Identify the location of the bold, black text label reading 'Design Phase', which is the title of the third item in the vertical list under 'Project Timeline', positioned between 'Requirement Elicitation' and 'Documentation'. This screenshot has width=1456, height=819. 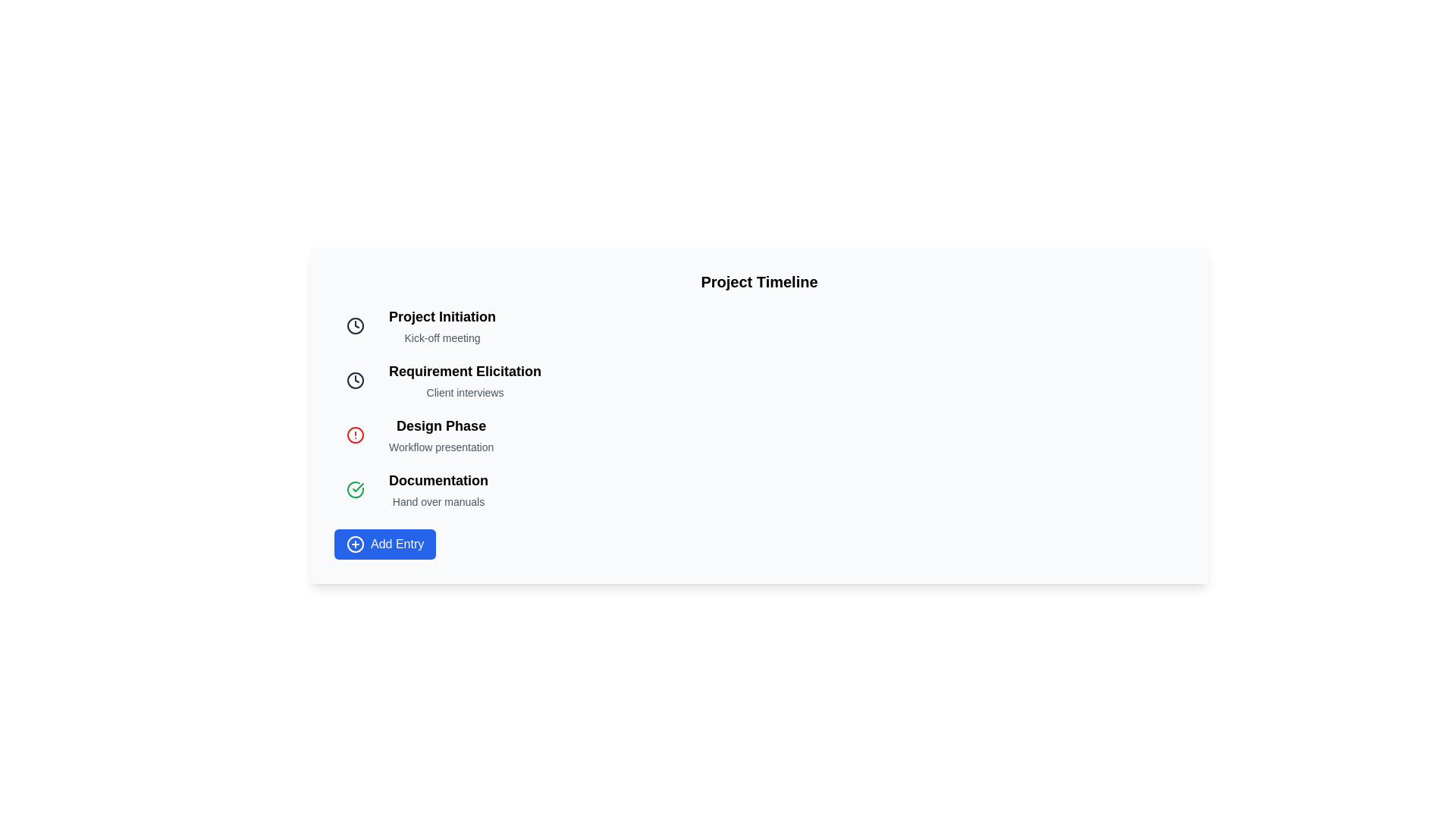
(441, 426).